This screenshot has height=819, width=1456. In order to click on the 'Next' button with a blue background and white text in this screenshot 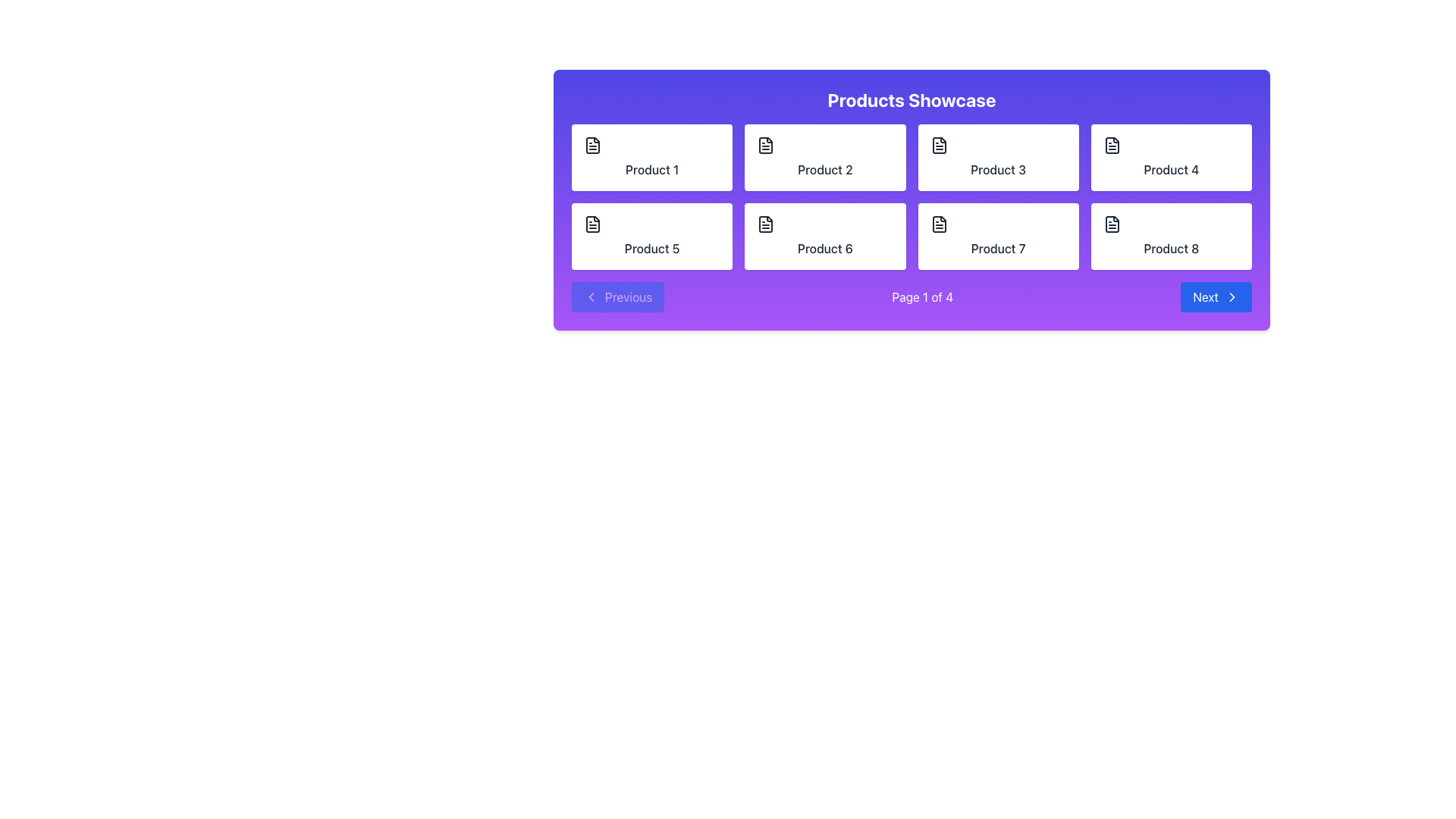, I will do `click(1216, 297)`.